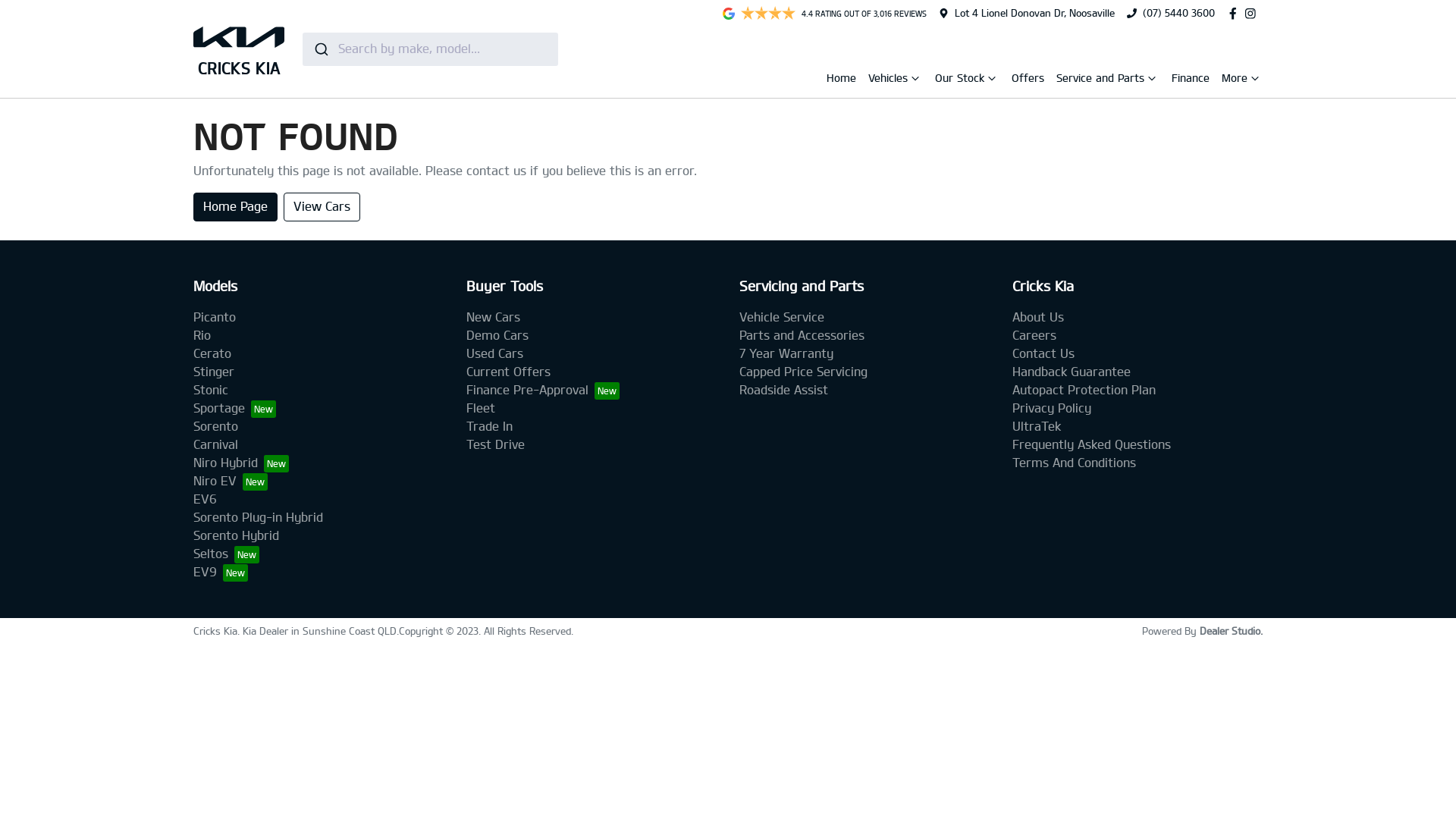 Image resolution: width=1456 pixels, height=819 pixels. I want to click on 'Handback Guarantee', so click(1070, 372).